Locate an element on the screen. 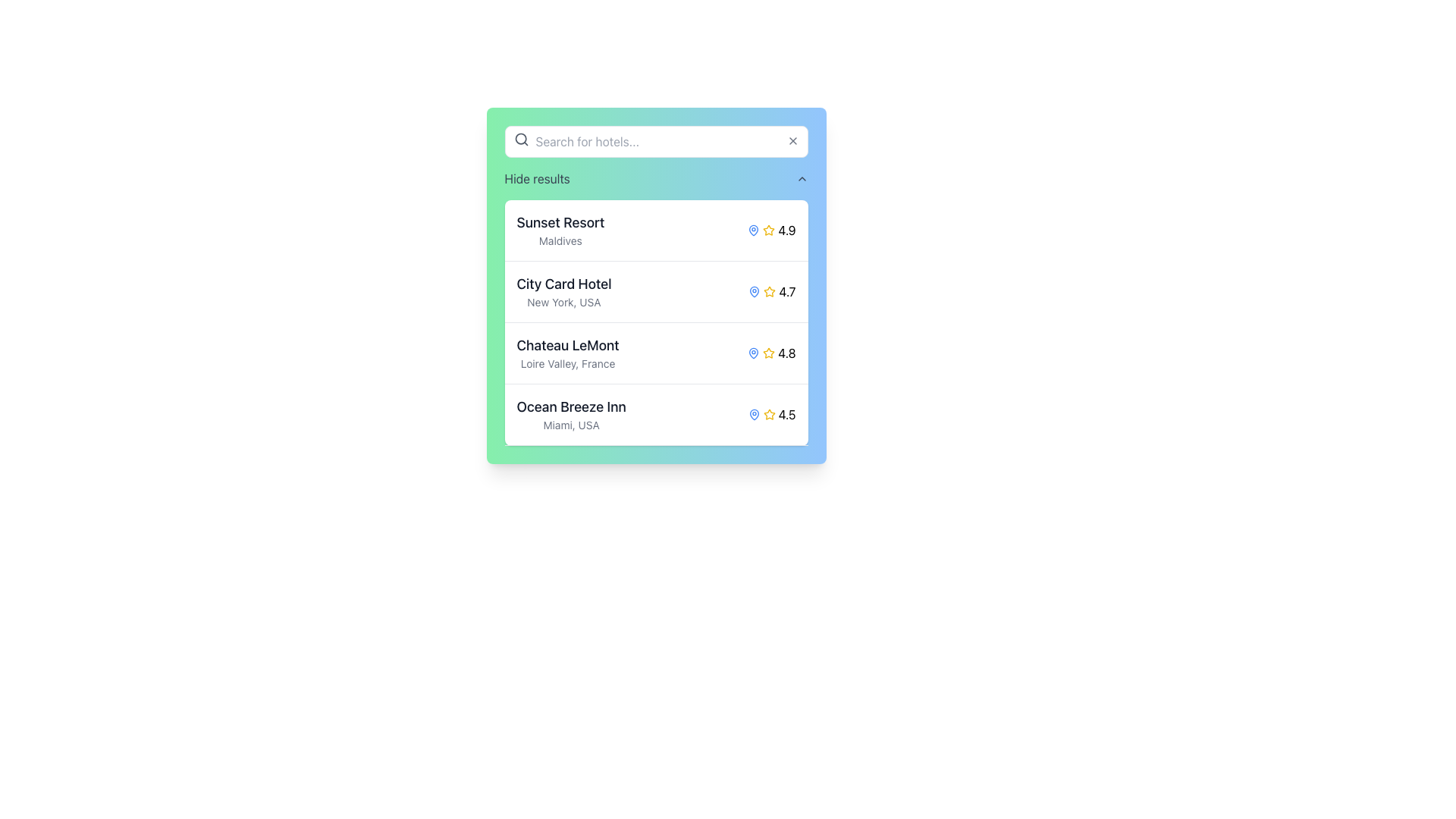 Image resolution: width=1456 pixels, height=819 pixels. the gold-colored star icon representing the rating for 'City Card Hotel' in the hotel listing interface, which is located in the second row of the list is located at coordinates (770, 291).